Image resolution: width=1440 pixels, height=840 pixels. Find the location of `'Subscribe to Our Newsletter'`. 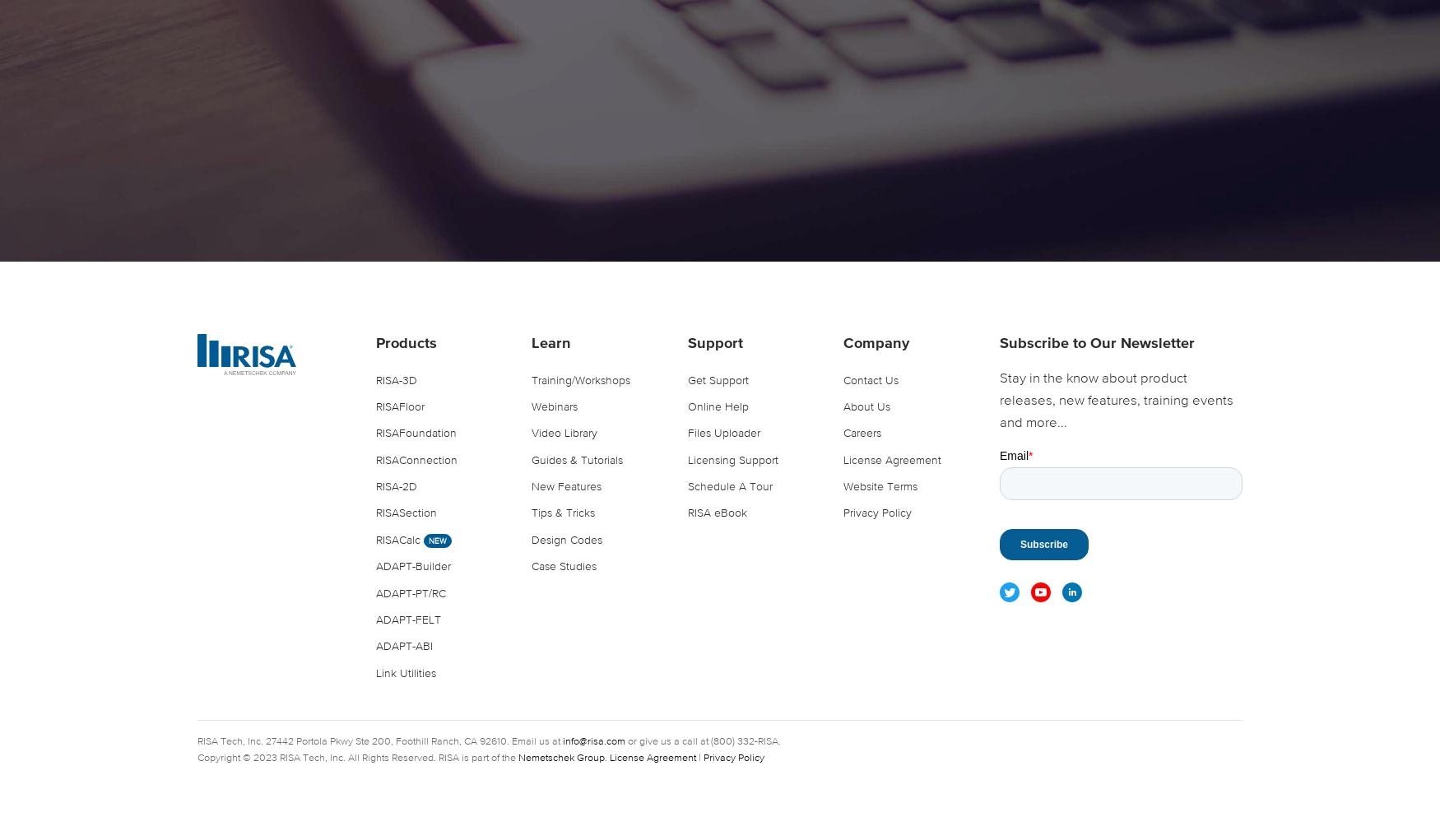

'Subscribe to Our Newsletter' is located at coordinates (998, 342).